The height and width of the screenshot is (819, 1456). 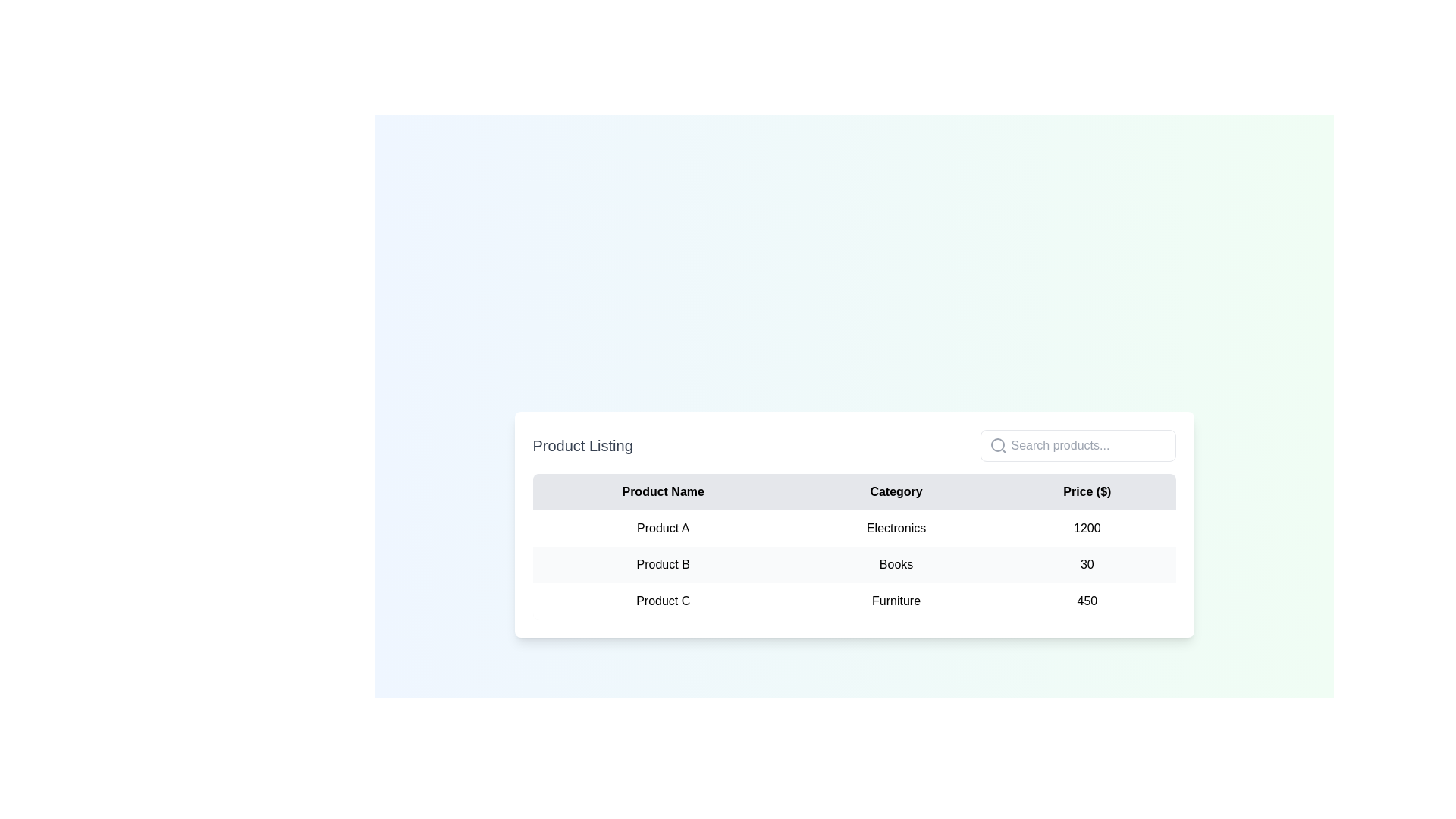 What do you see at coordinates (1086, 528) in the screenshot?
I see `the static text element displaying the price of 'Product A' in the 'Price ($)' column of the second row in the table` at bounding box center [1086, 528].